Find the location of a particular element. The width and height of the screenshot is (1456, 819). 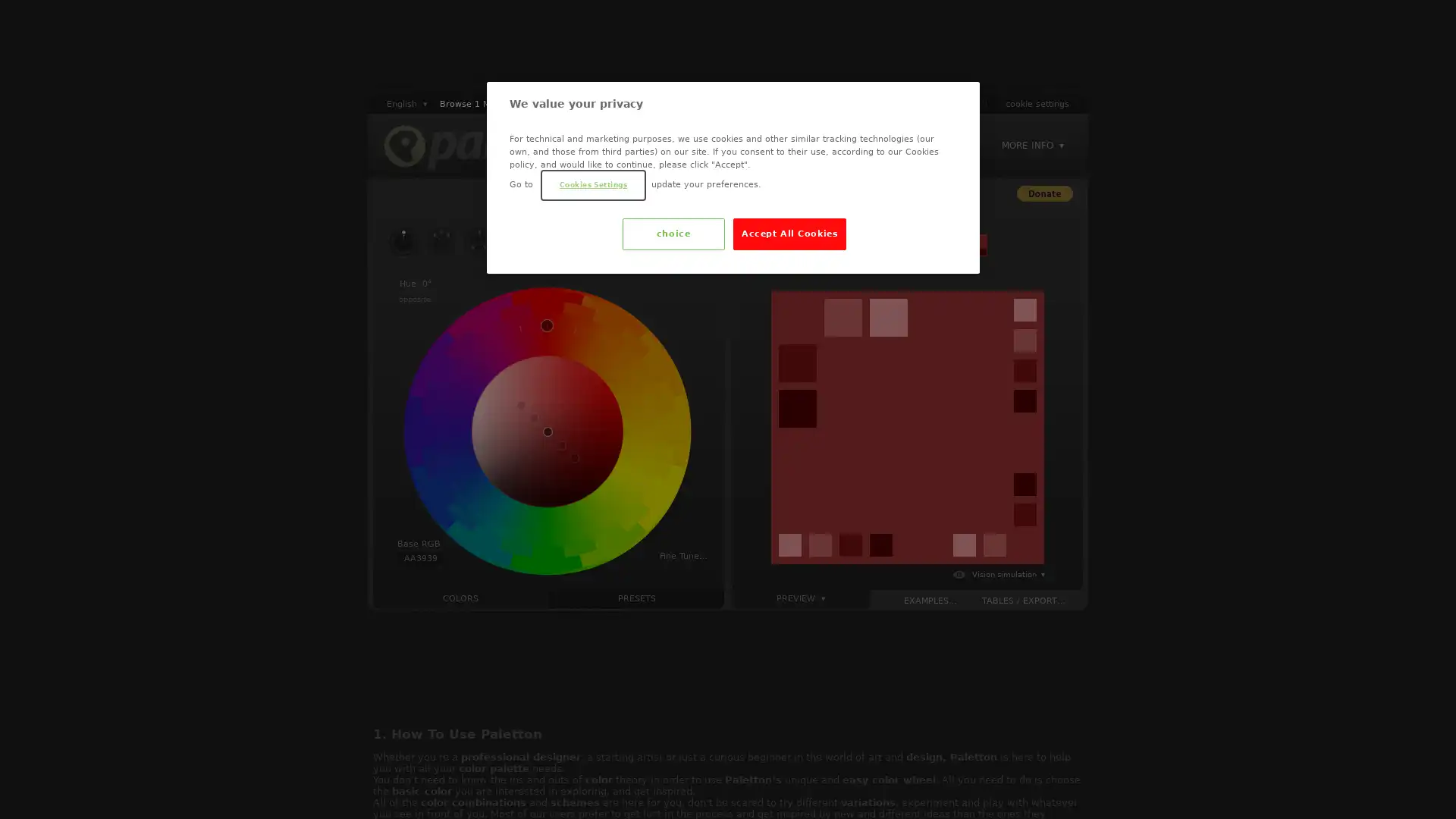

opposite is located at coordinates (415, 299).